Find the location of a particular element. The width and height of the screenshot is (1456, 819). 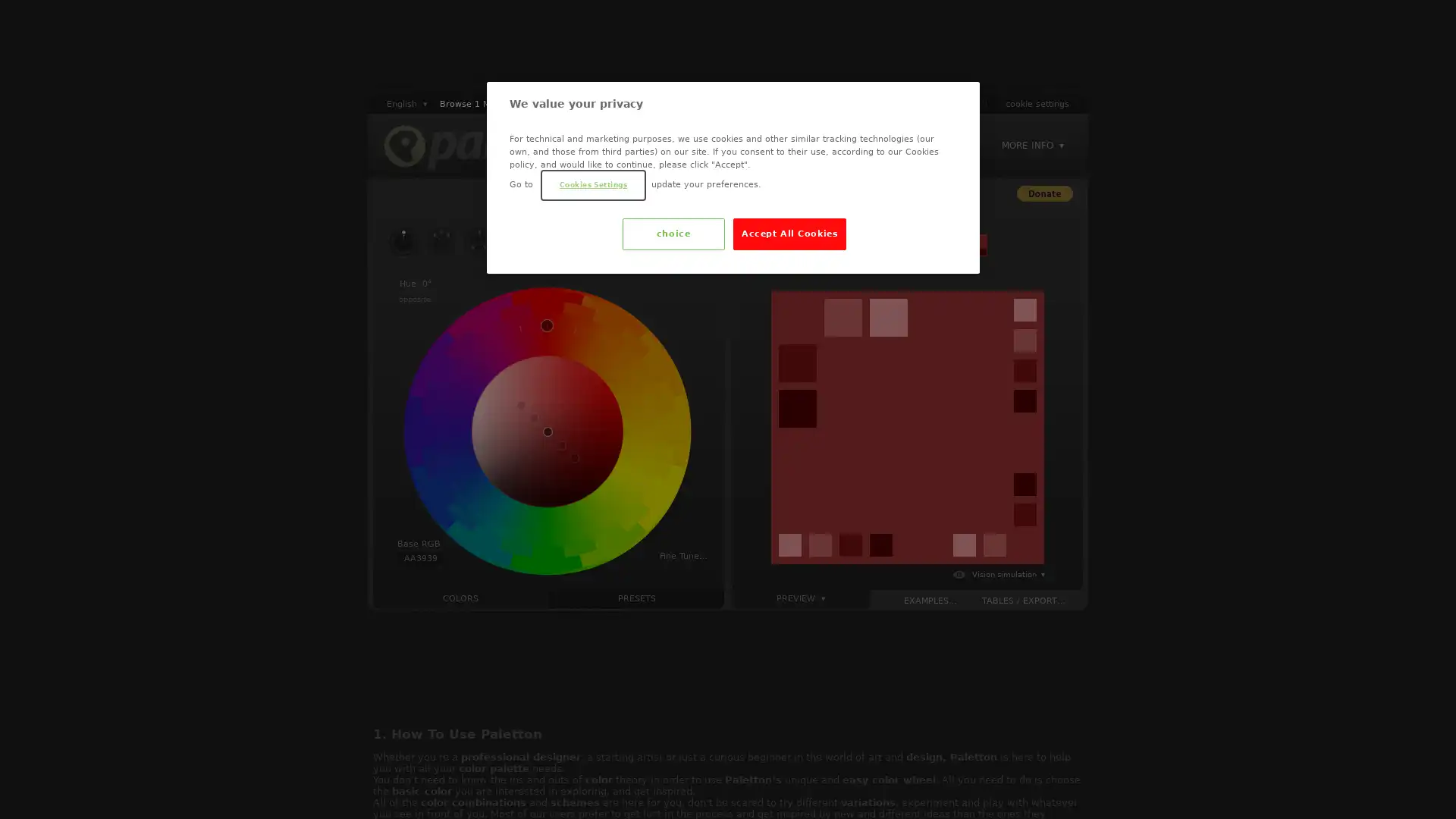

opposite is located at coordinates (415, 299).